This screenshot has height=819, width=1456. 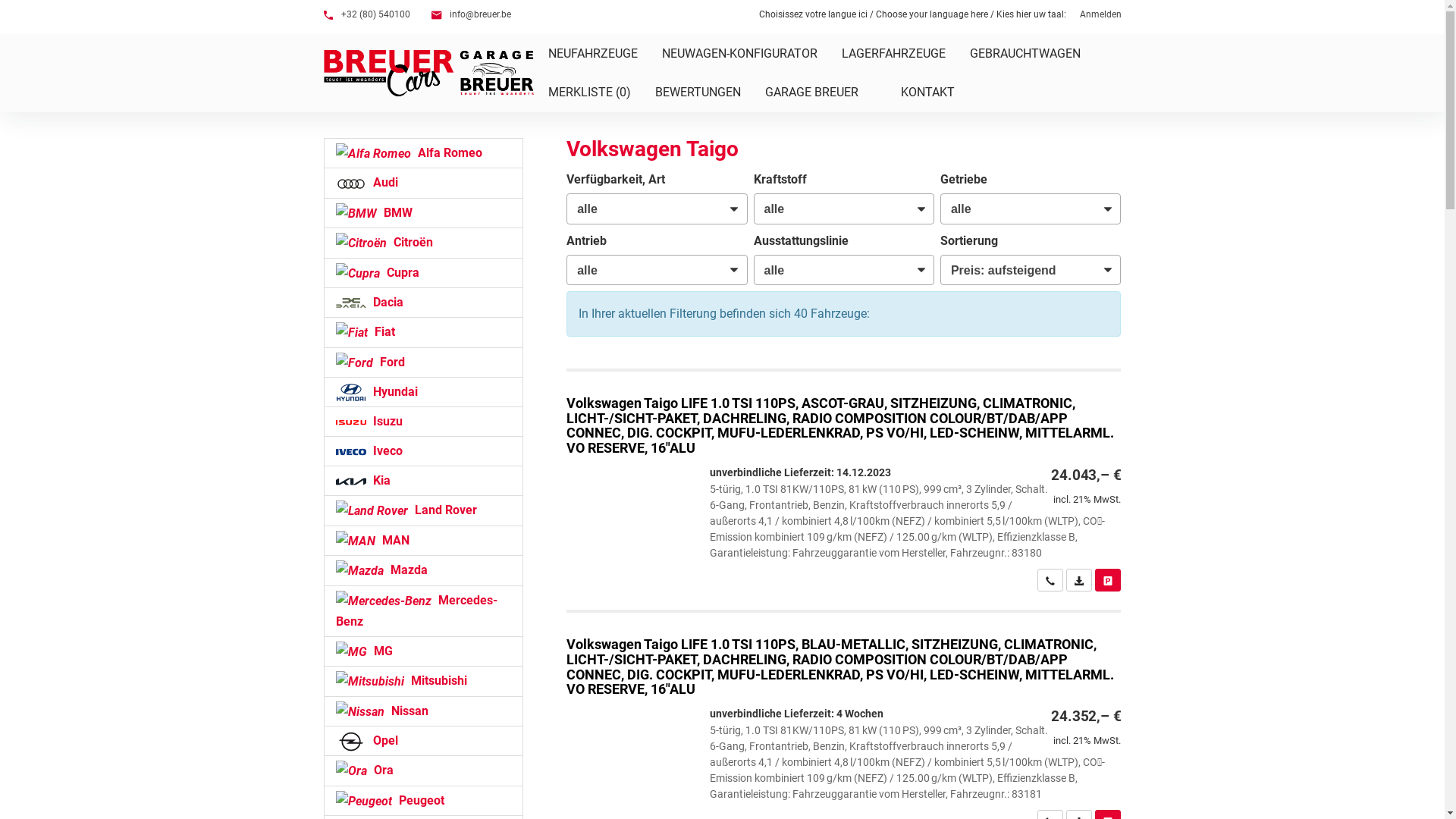 I want to click on 'Iveco', so click(x=322, y=450).